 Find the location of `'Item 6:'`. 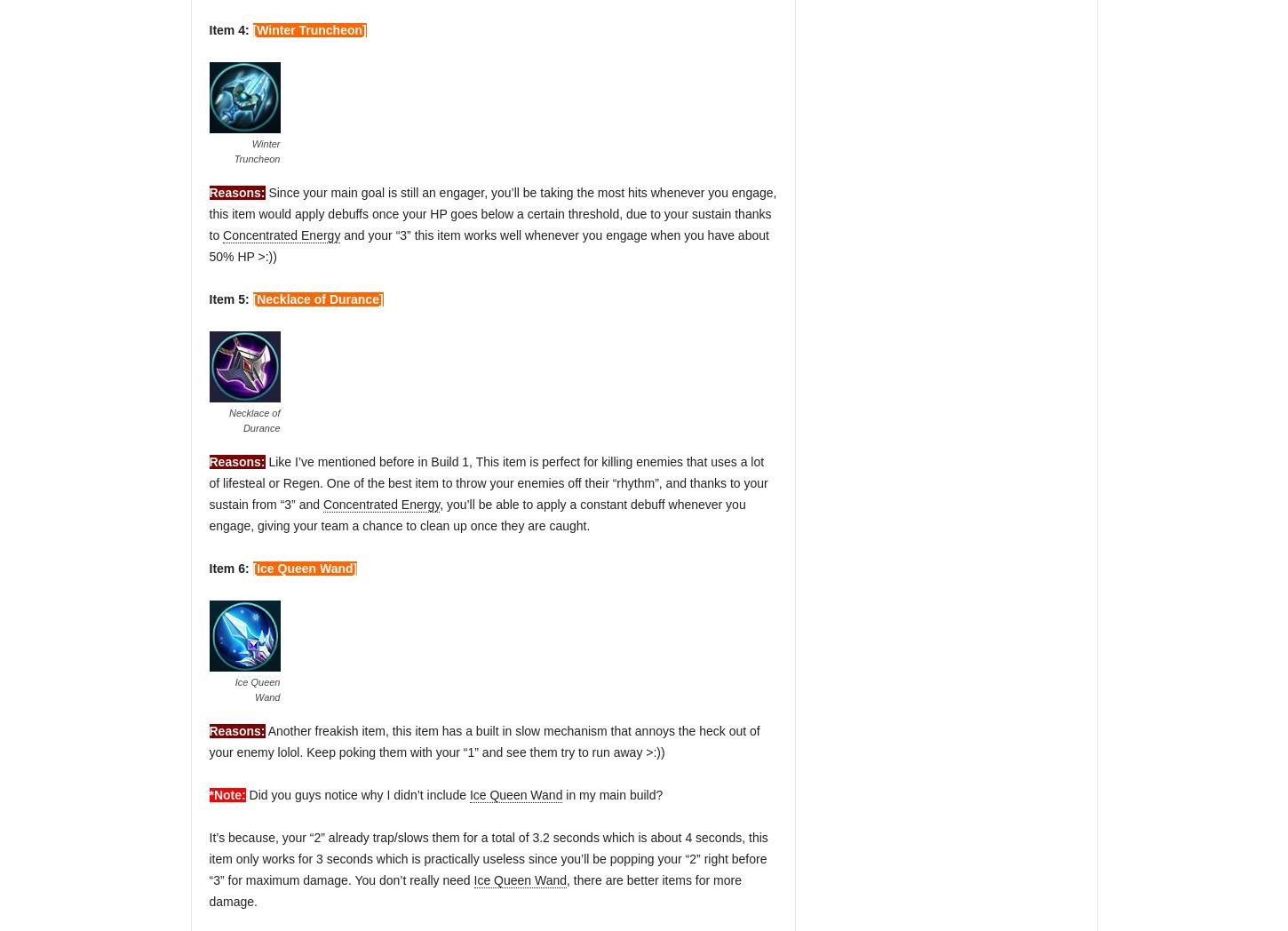

'Item 6:' is located at coordinates (230, 568).